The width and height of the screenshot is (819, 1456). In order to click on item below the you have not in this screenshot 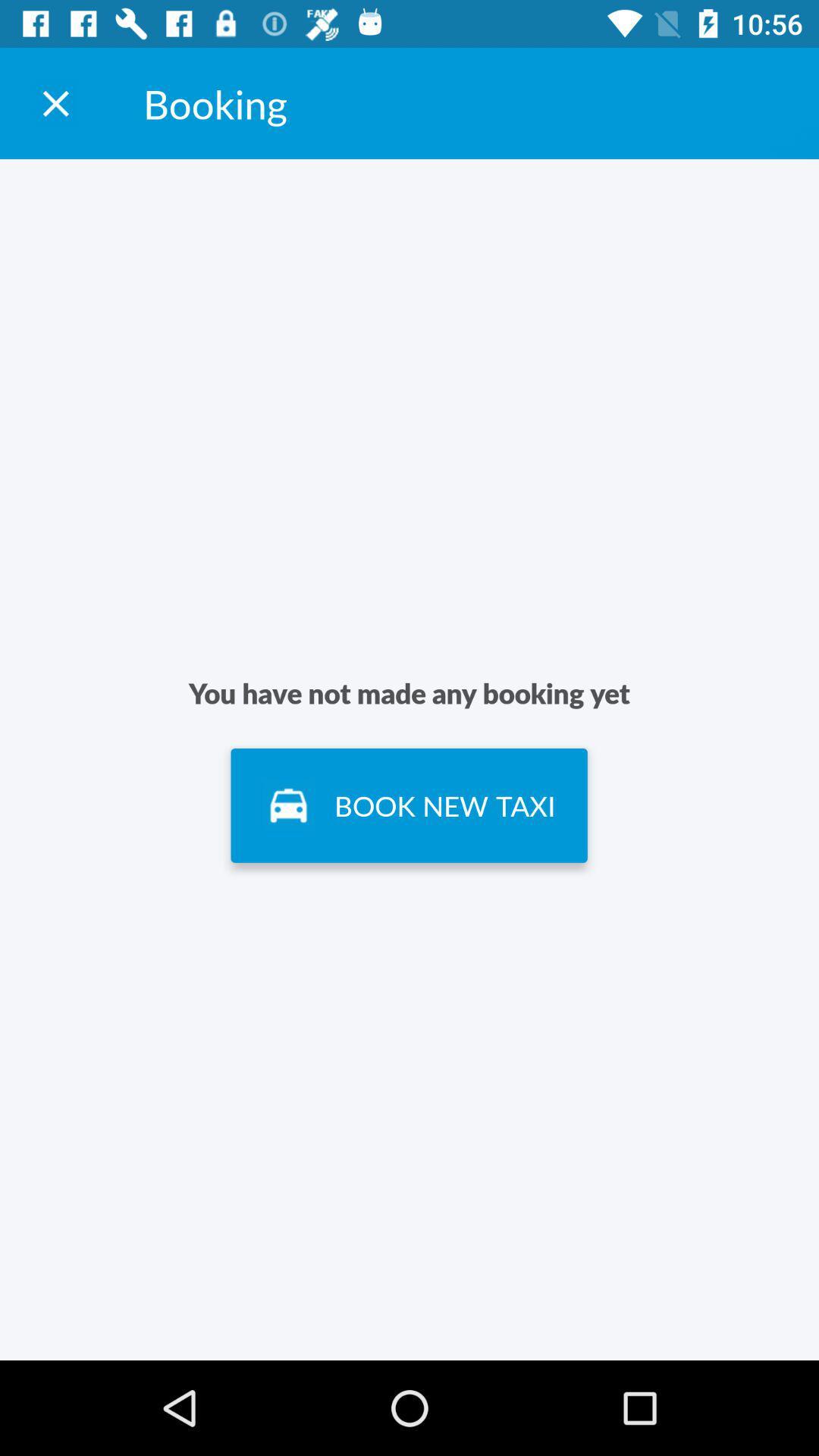, I will do `click(408, 805)`.